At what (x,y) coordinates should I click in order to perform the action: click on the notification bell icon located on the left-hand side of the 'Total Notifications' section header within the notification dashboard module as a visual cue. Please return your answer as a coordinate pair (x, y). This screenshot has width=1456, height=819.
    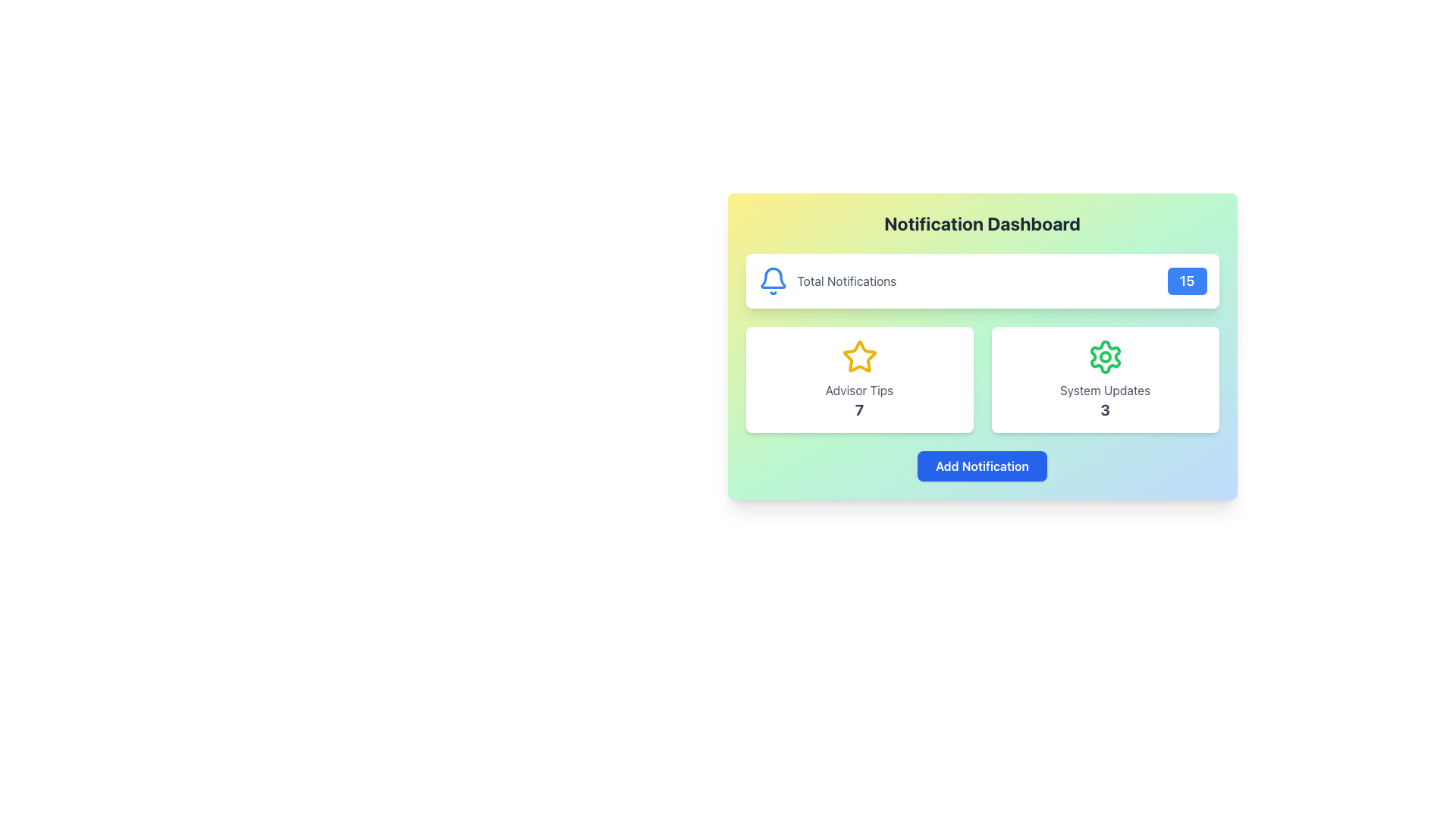
    Looking at the image, I should click on (773, 278).